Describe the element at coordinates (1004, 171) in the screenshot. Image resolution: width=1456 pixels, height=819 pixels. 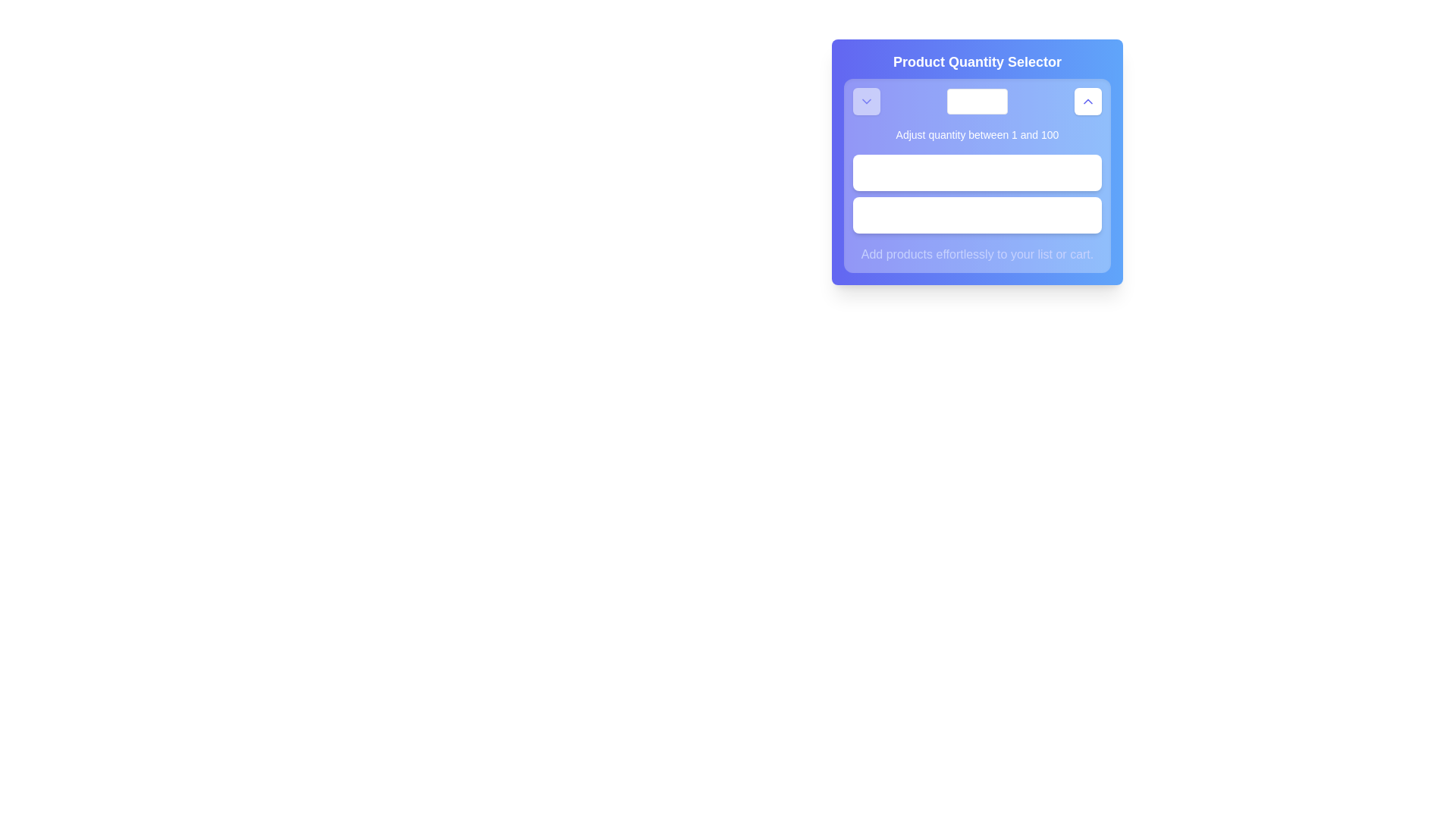
I see `the quantity` at that location.